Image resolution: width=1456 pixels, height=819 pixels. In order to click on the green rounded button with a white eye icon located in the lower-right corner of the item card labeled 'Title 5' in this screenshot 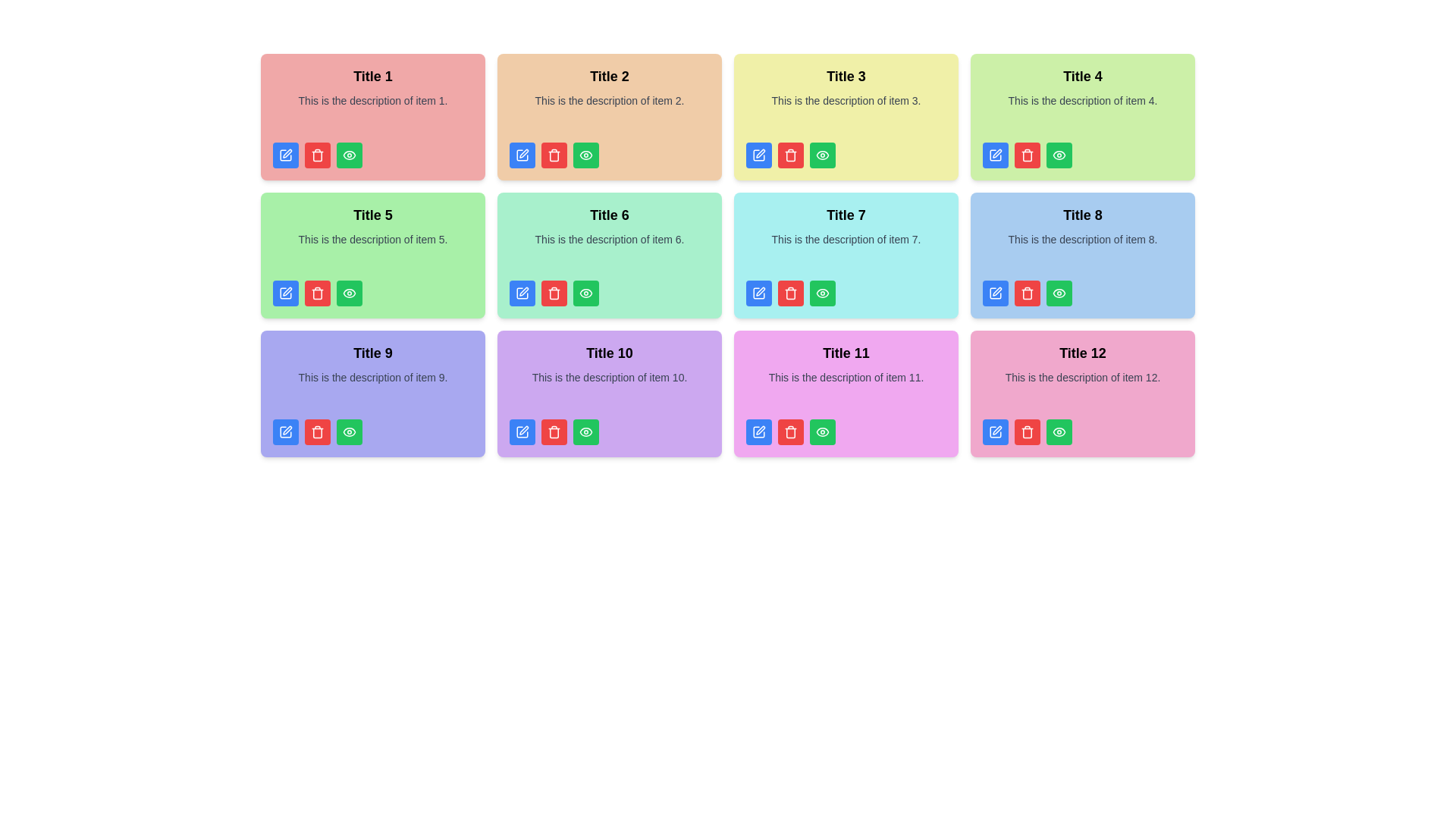, I will do `click(348, 293)`.